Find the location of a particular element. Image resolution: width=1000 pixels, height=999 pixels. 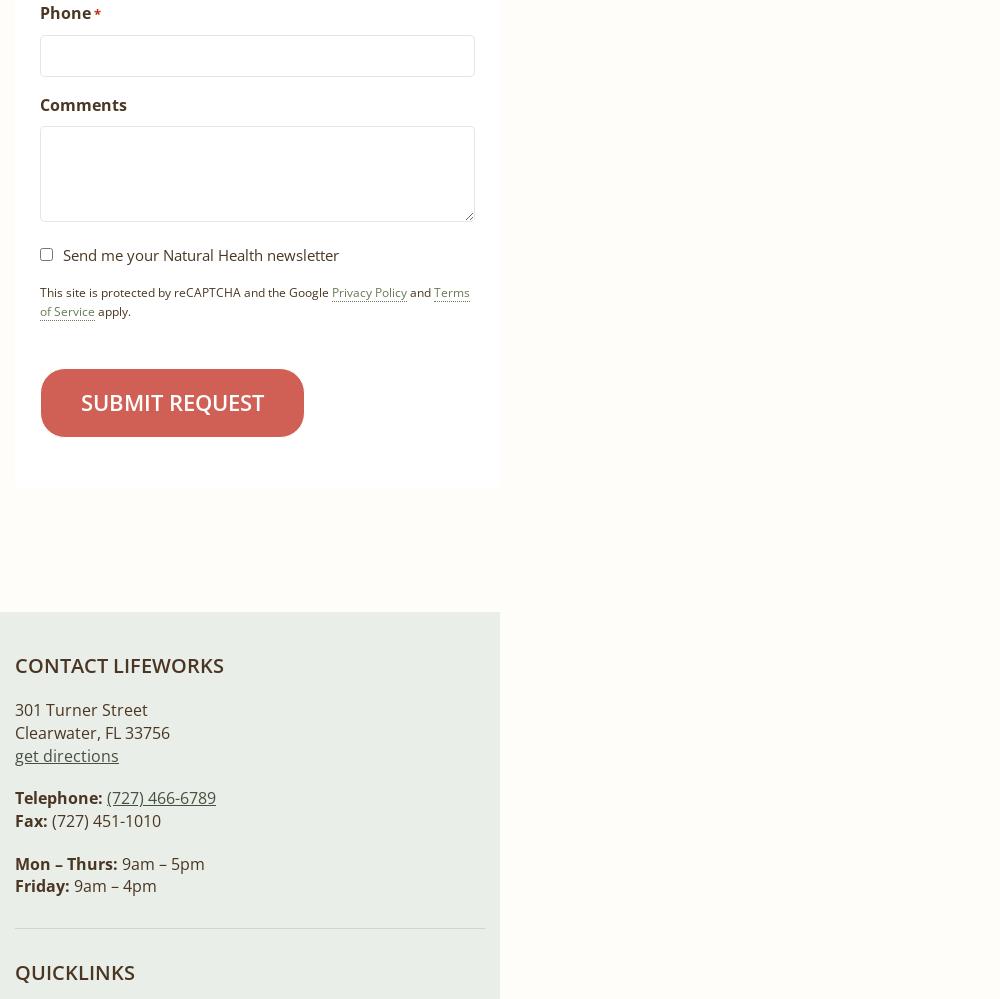

'Privacy Policy' is located at coordinates (368, 291).